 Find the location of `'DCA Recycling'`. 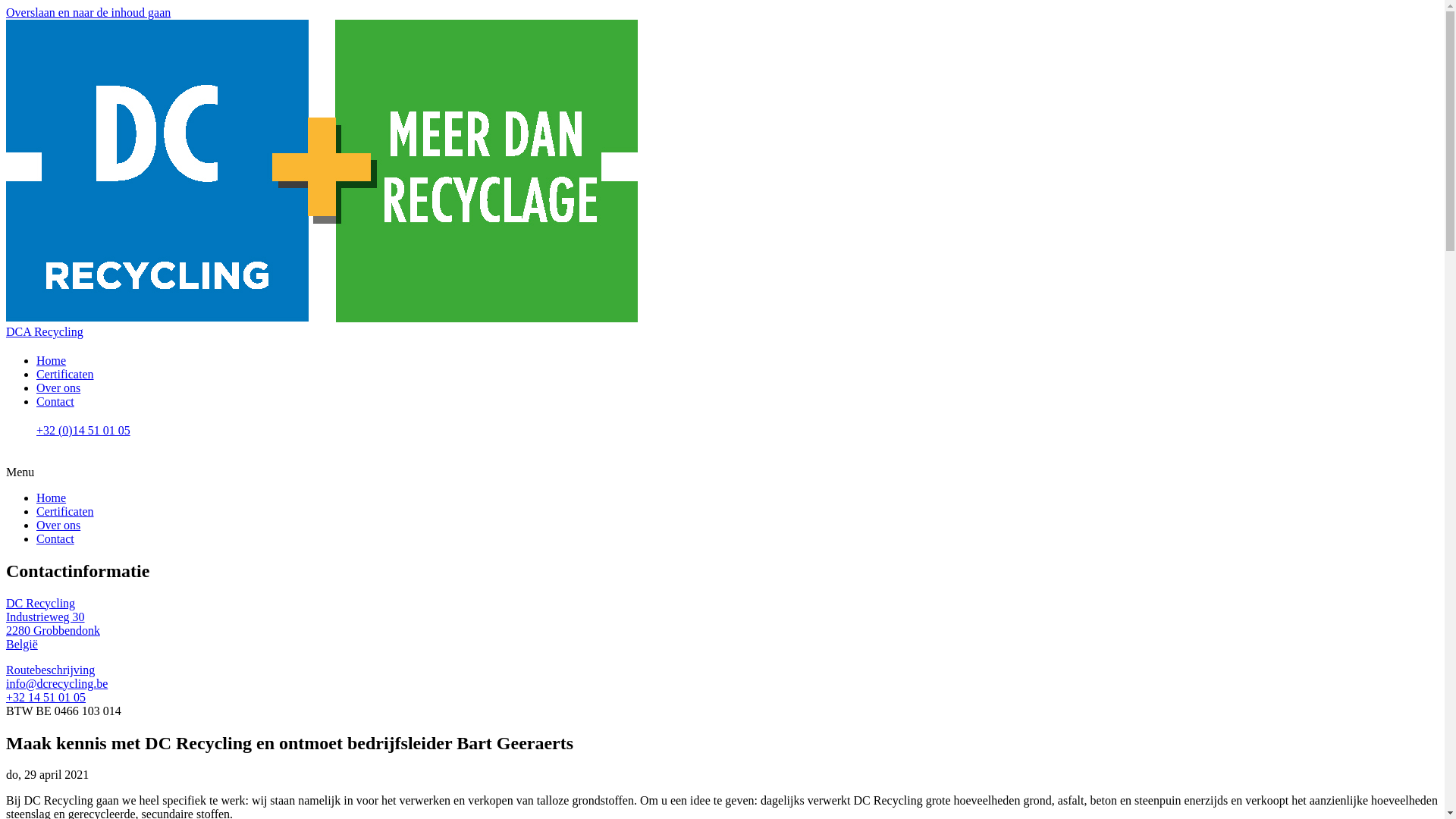

'DCA Recycling' is located at coordinates (44, 331).